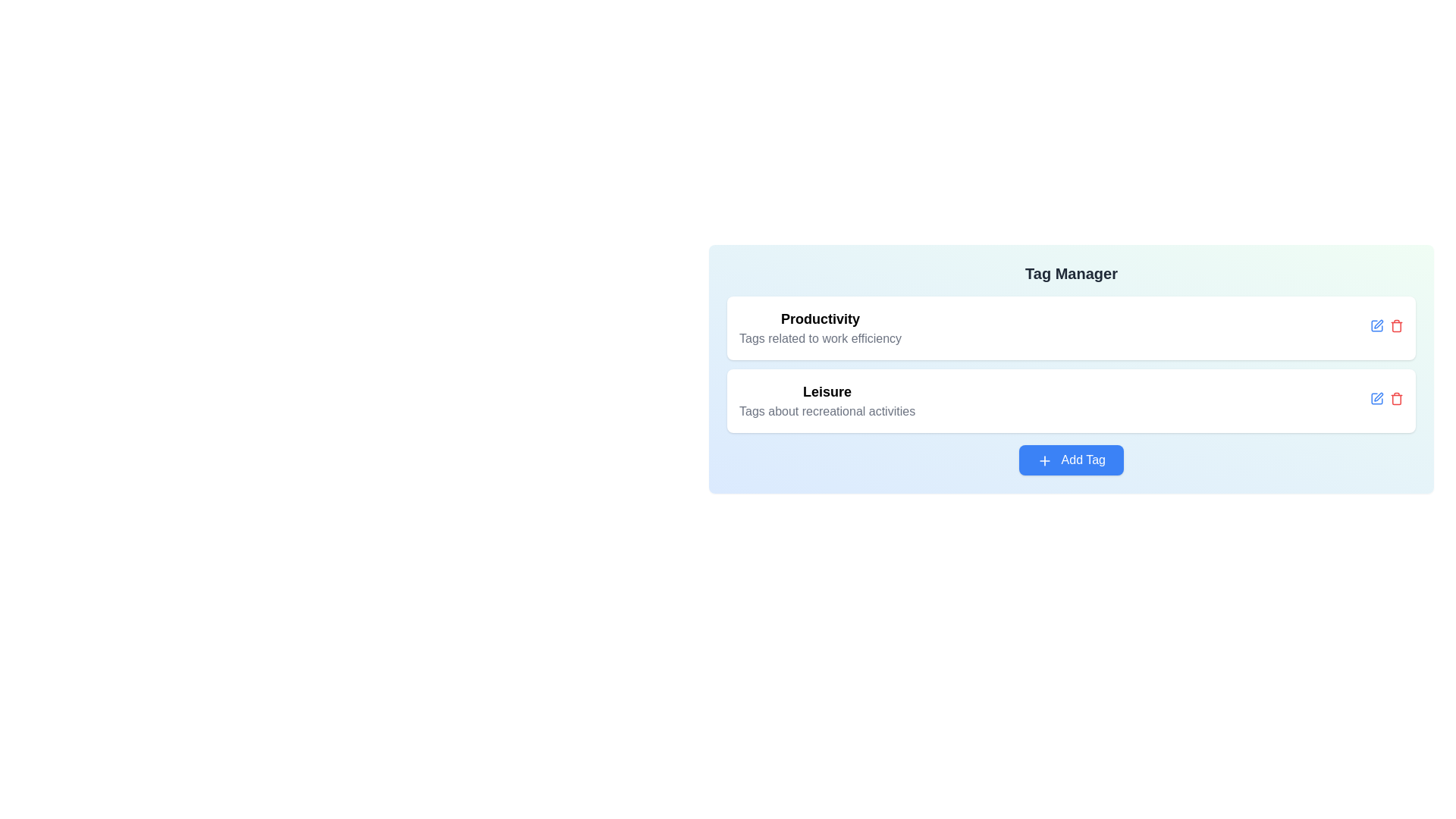 The image size is (1456, 819). I want to click on the 'Add Tag' button, which has a blue background, white text, and a plus icon, located at the bottom center of the 'Tag Manager' section, so click(1070, 459).